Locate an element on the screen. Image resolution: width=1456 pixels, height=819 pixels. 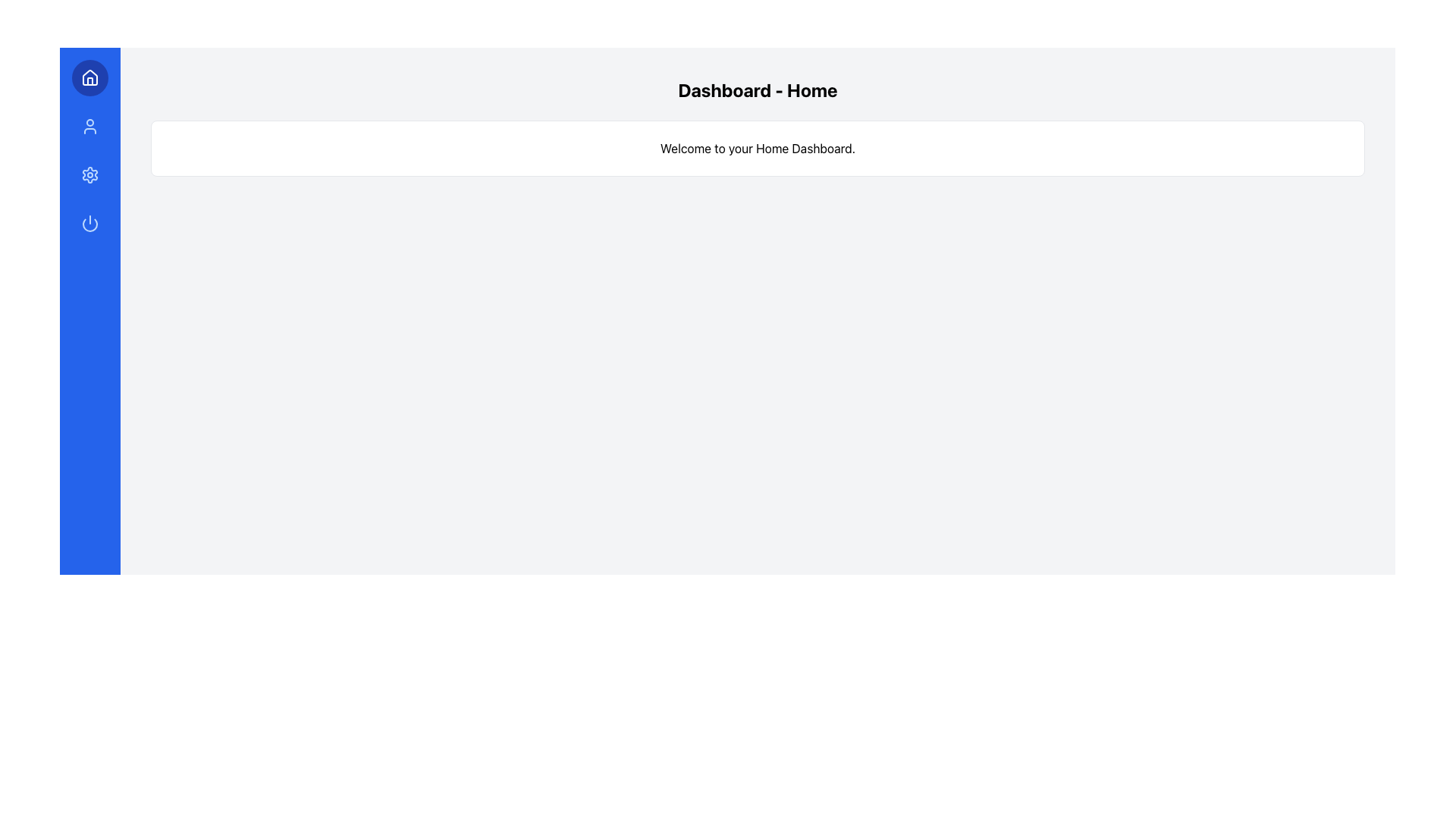
the circular blue button with a white user profile icon, which is the second item in the left sidebar menu is located at coordinates (89, 125).